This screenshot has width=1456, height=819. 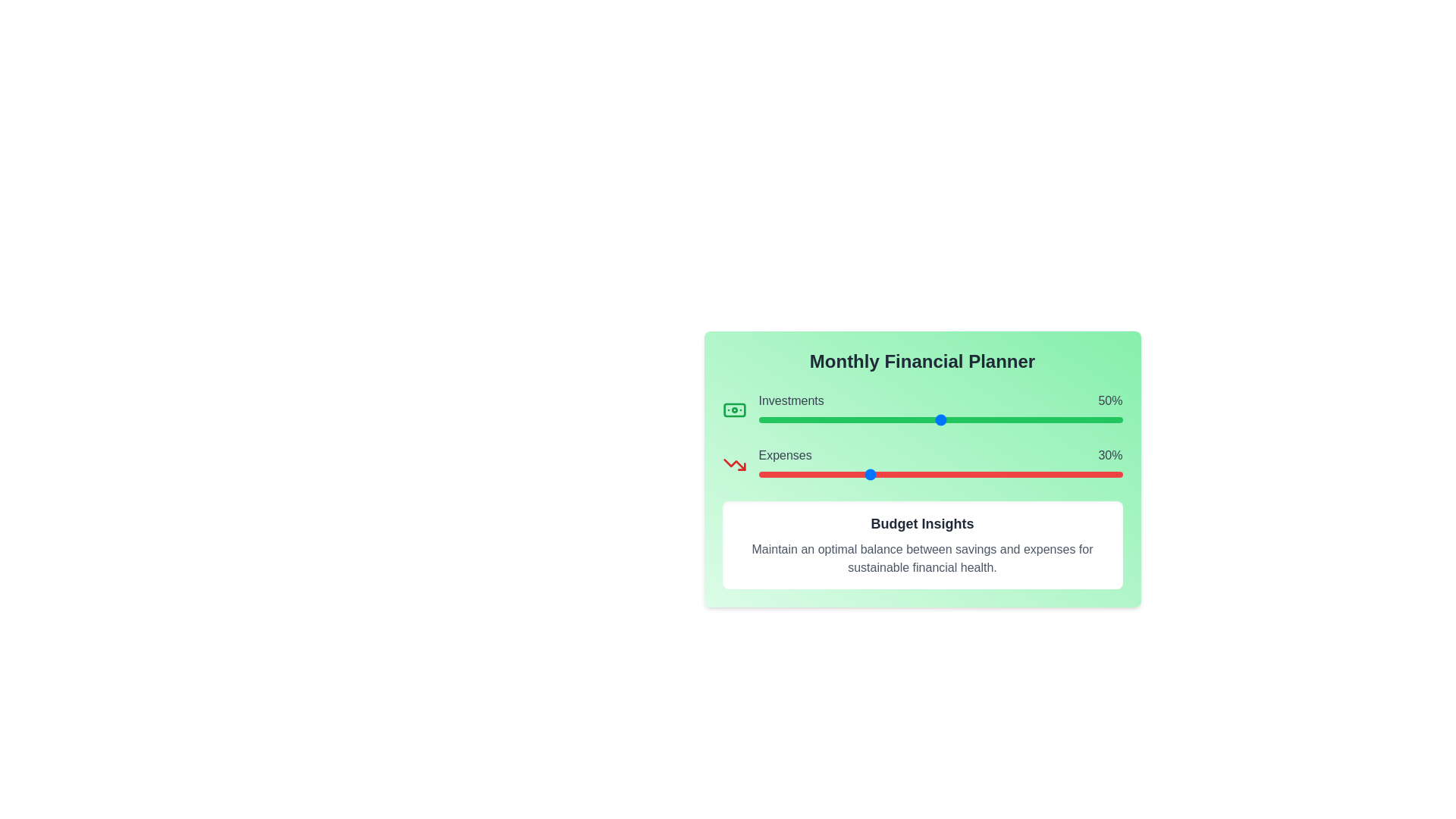 I want to click on the 'Investments' slider to set its value to 56%, so click(x=962, y=420).